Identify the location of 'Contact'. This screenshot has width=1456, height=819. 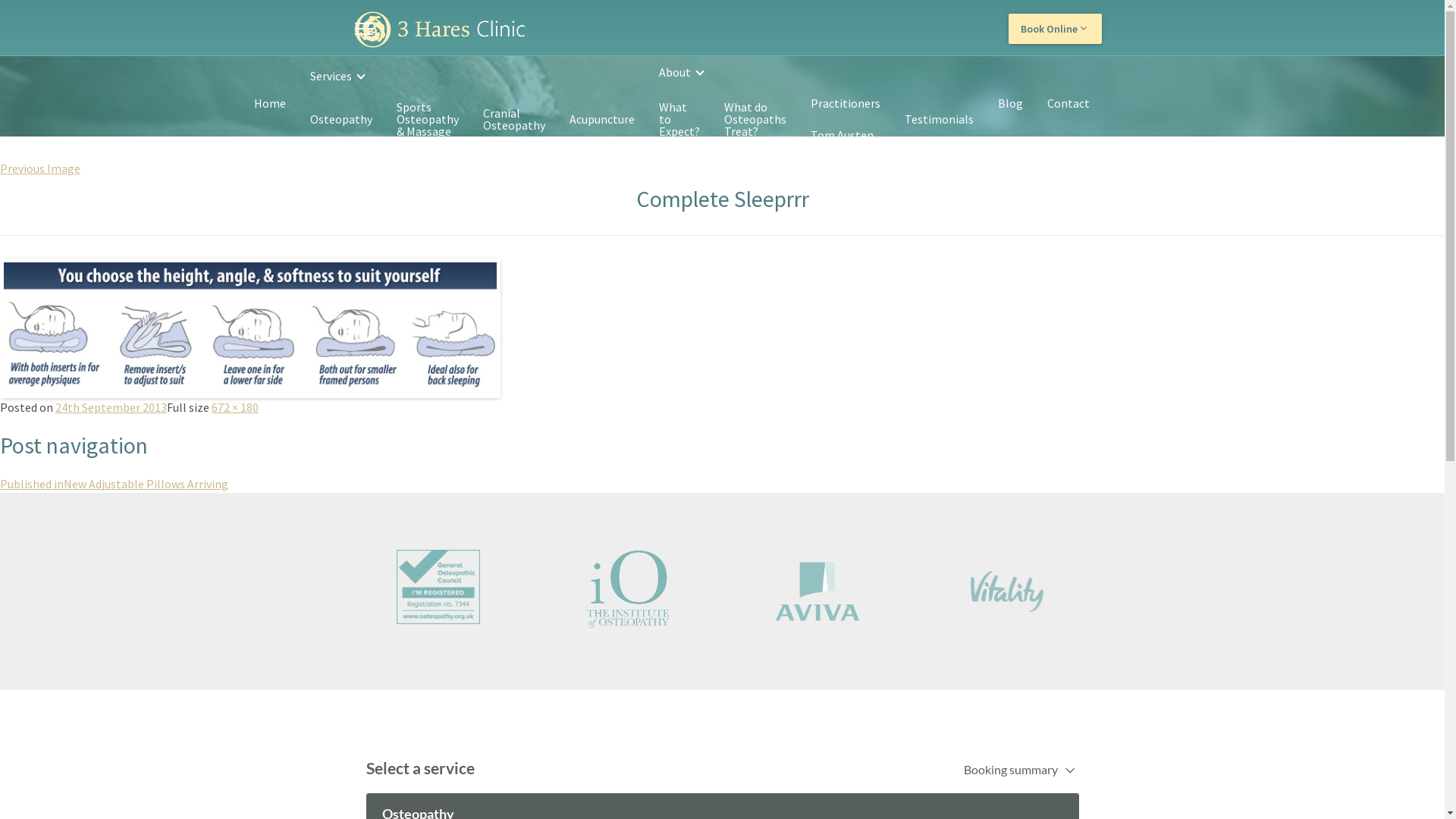
(1066, 103).